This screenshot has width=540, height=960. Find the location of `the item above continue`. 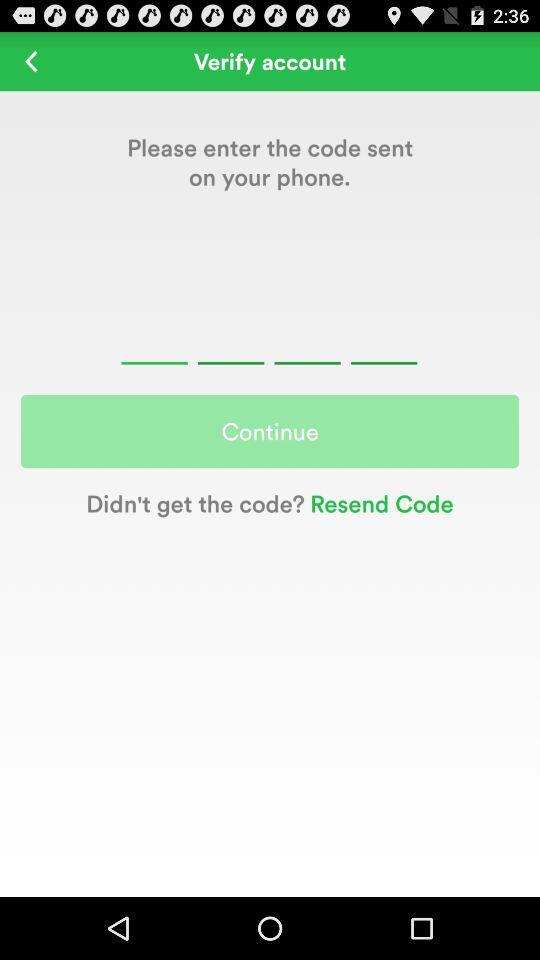

the item above continue is located at coordinates (269, 339).